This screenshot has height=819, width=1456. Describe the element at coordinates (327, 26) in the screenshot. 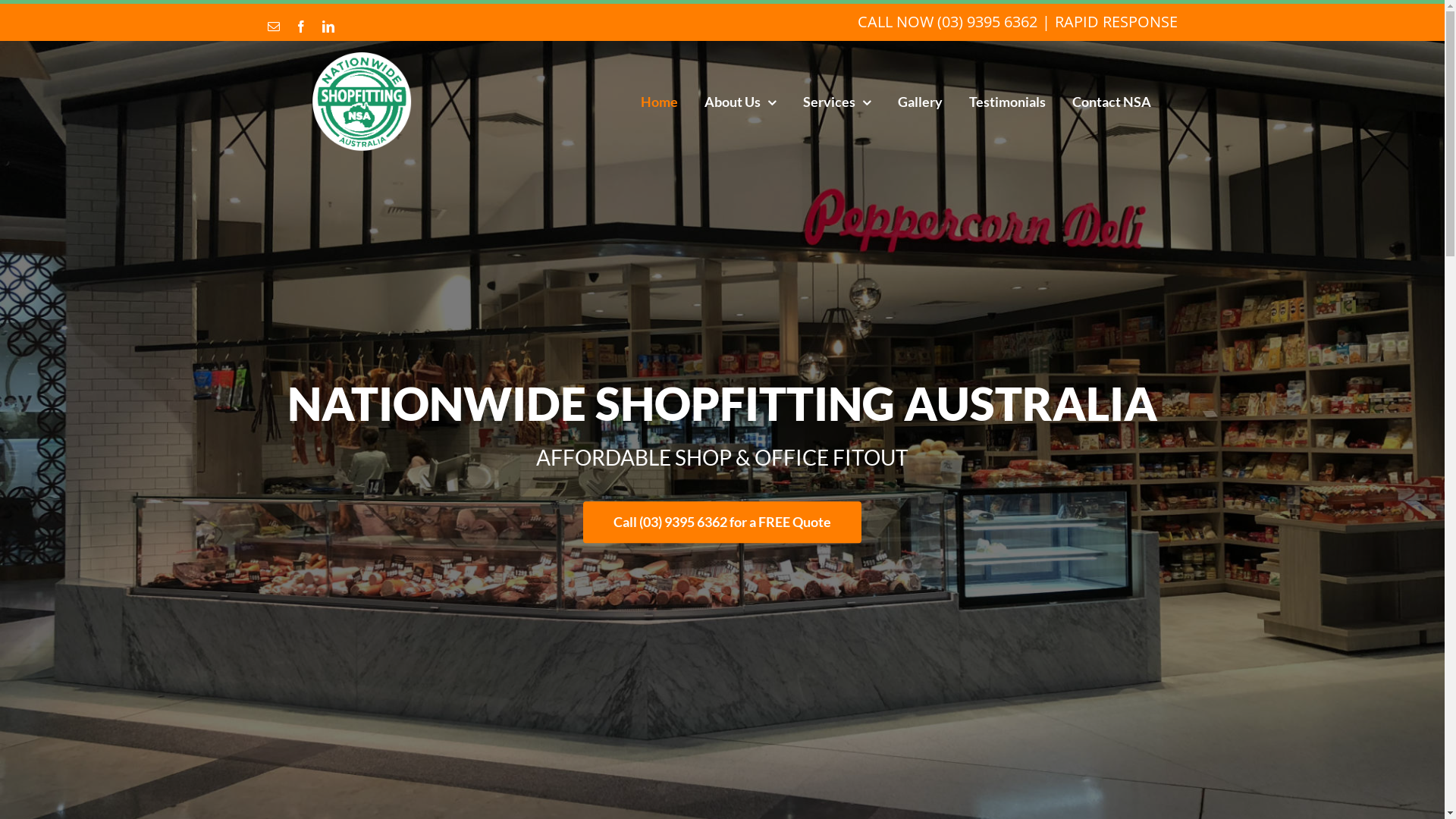

I see `'LinkedIn'` at that location.